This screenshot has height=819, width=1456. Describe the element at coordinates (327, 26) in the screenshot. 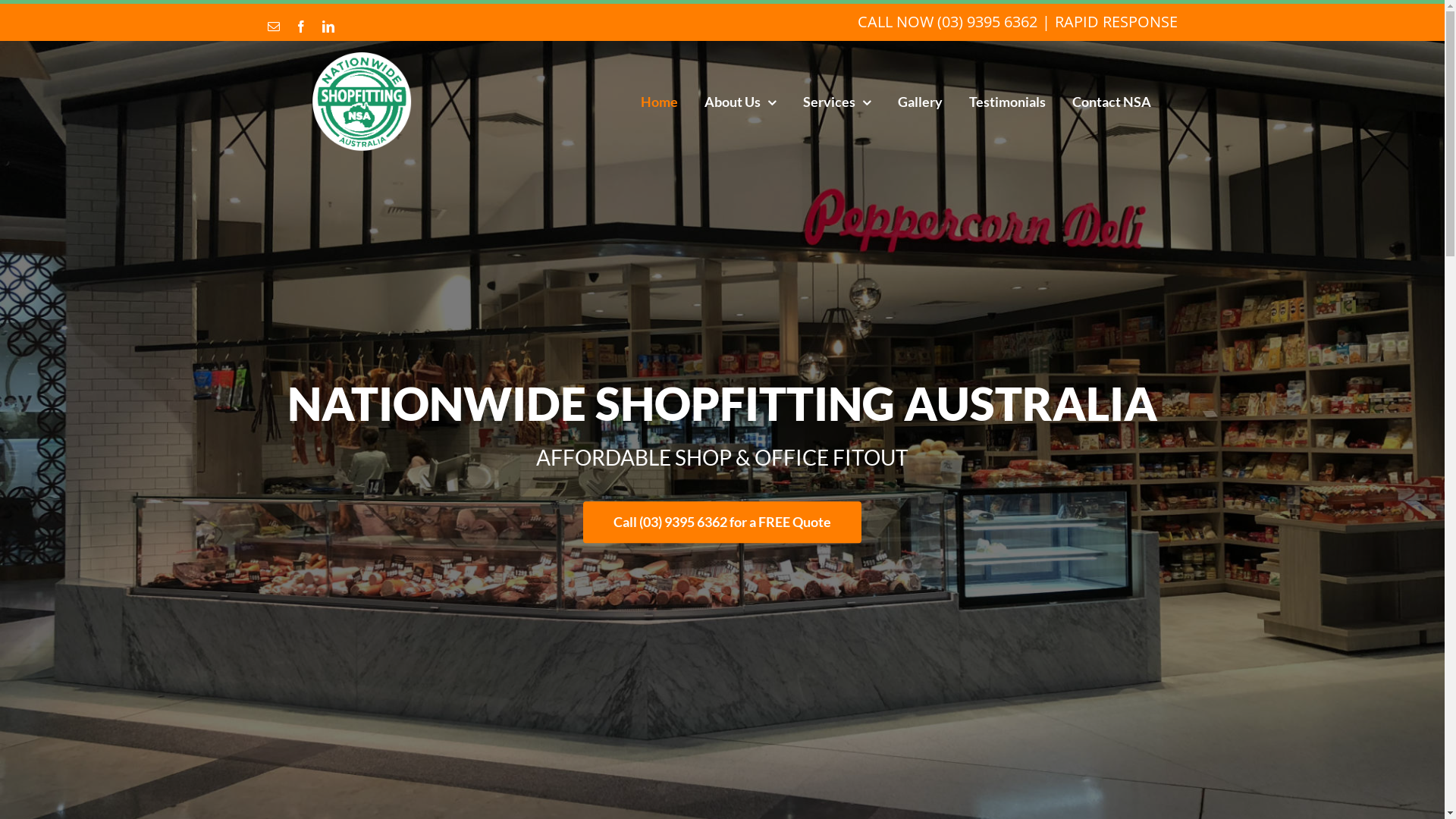

I see `'LinkedIn'` at that location.